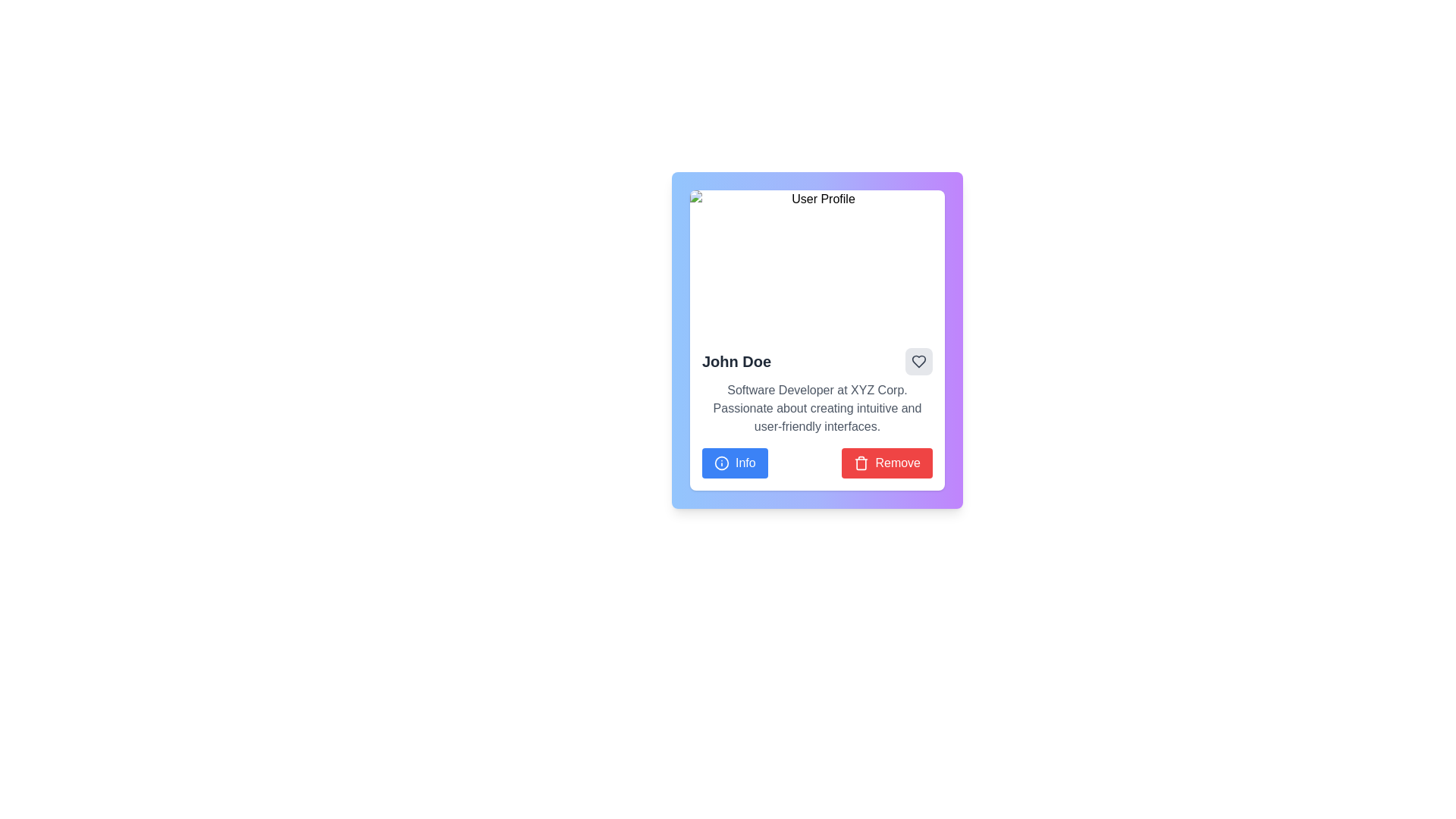 The image size is (1456, 819). I want to click on text content displayed in the block describing the professional title and personal statement of 'John Doe', which is centrally located below the name and above the 'Info' and 'Remove' buttons, so click(817, 408).